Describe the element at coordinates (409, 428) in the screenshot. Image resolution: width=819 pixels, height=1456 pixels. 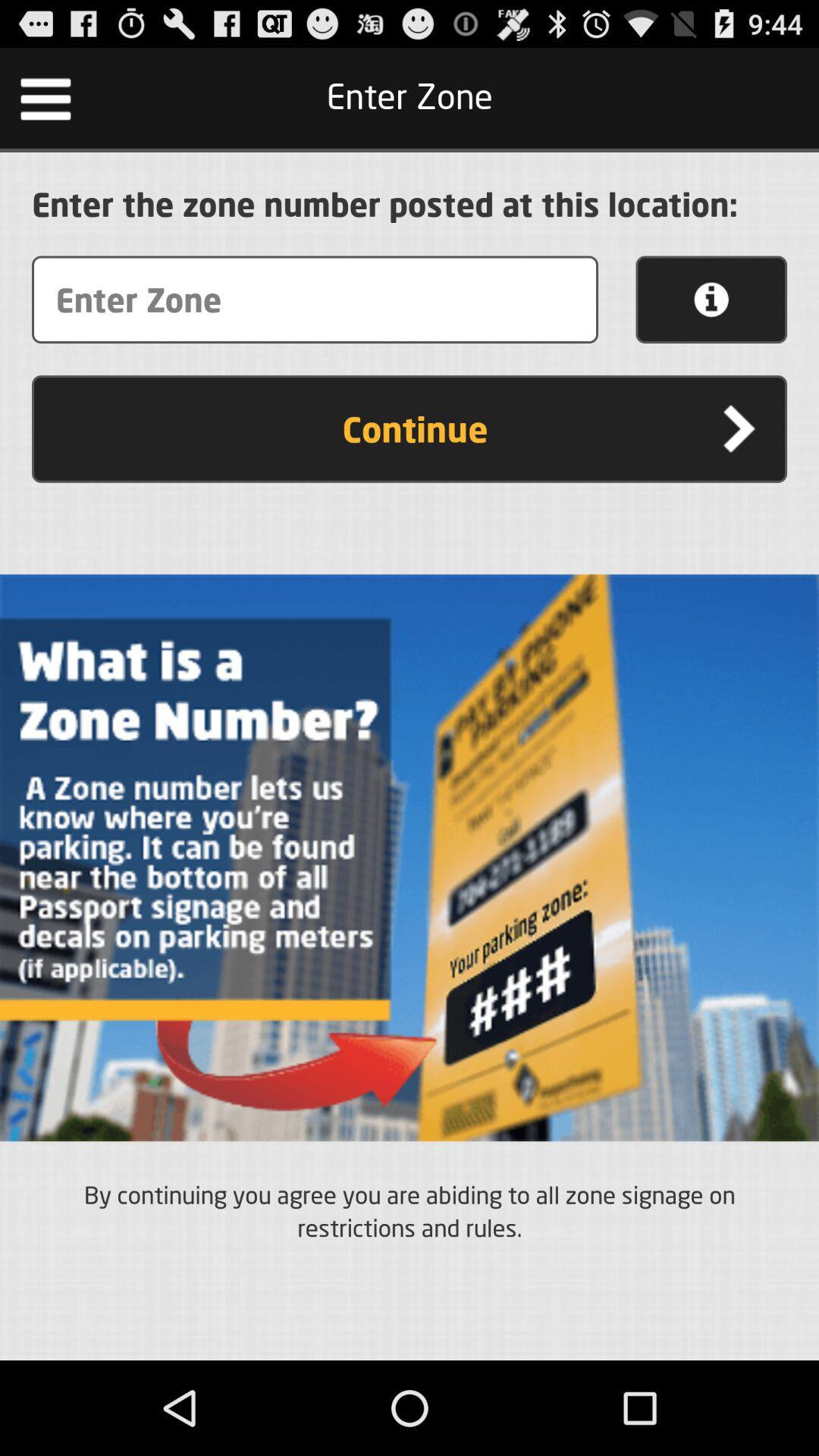
I see `the continue` at that location.